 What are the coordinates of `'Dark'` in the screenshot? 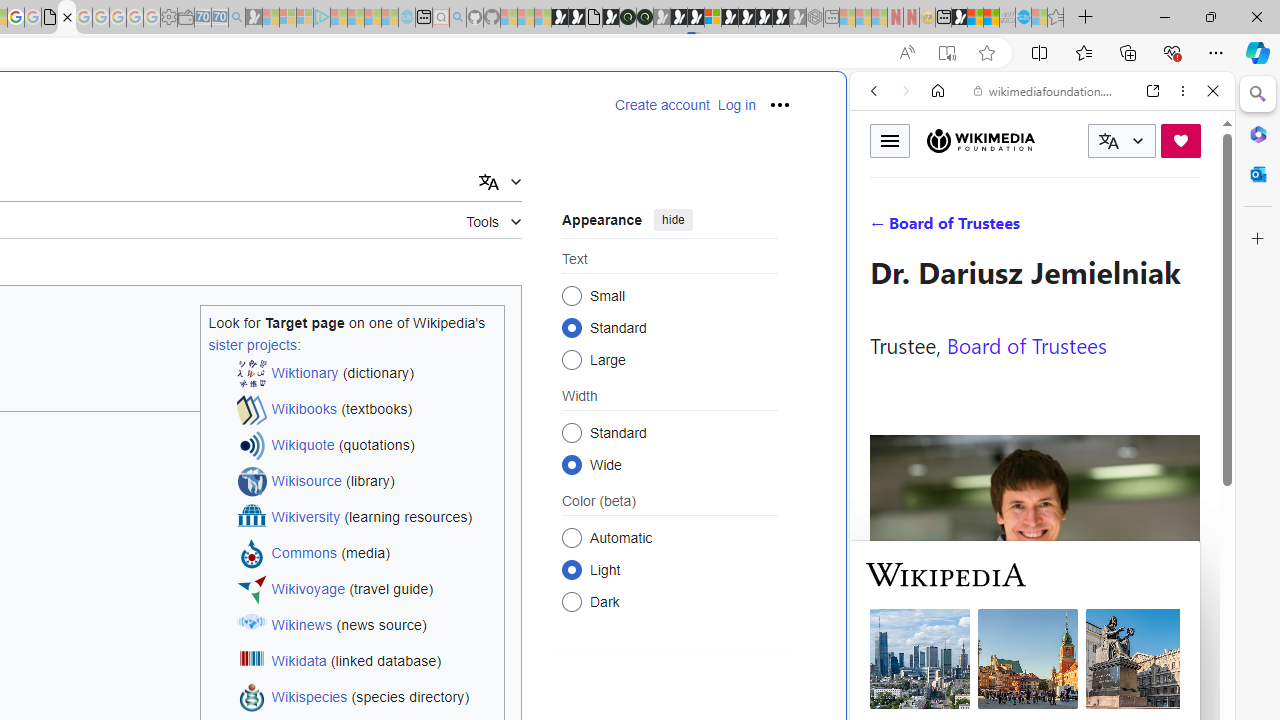 It's located at (571, 600).